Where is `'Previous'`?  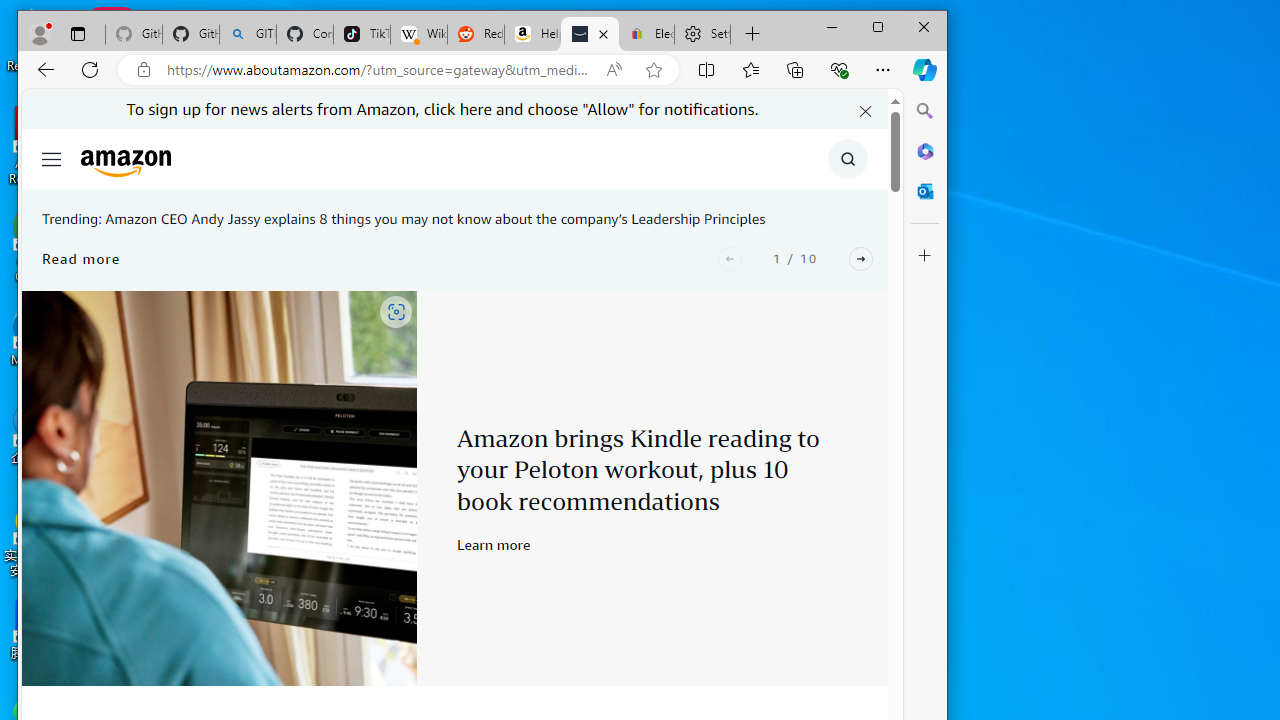 'Previous' is located at coordinates (729, 257).